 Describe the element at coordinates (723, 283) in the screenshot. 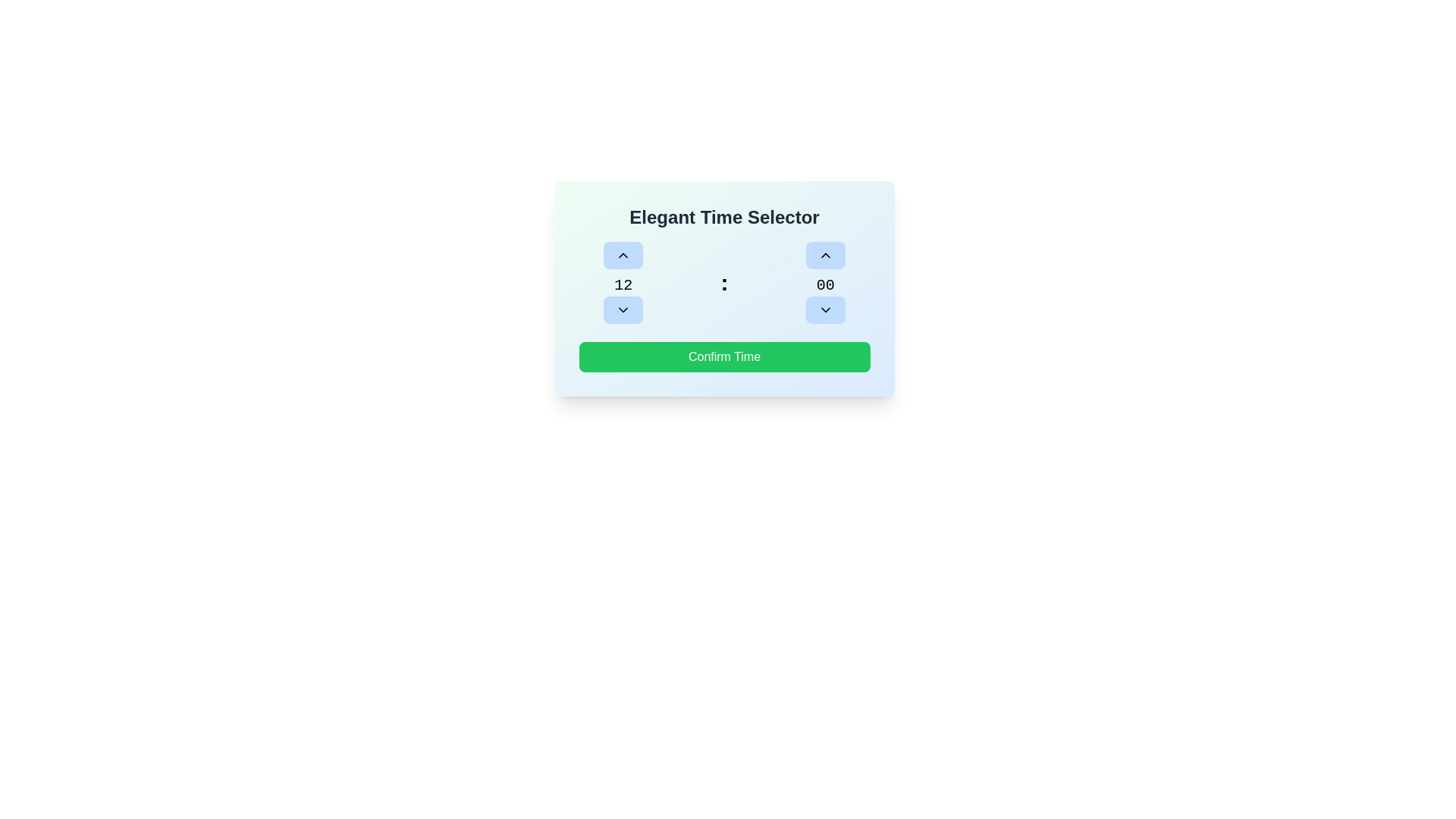

I see `the colon symbol ':' which is a large font text label centered between '12' and '00'` at that location.